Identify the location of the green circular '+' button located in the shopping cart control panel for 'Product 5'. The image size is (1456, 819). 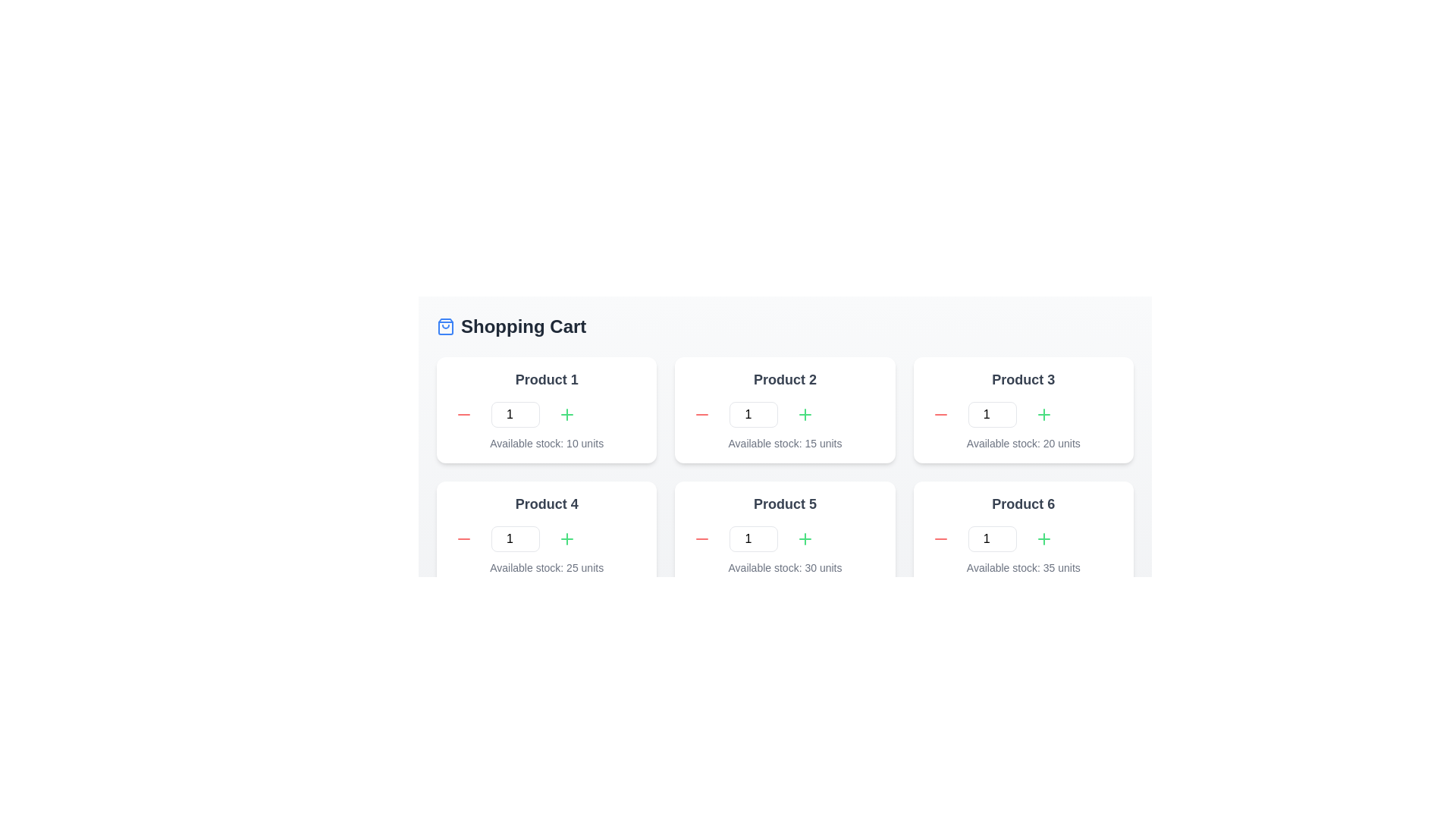
(805, 538).